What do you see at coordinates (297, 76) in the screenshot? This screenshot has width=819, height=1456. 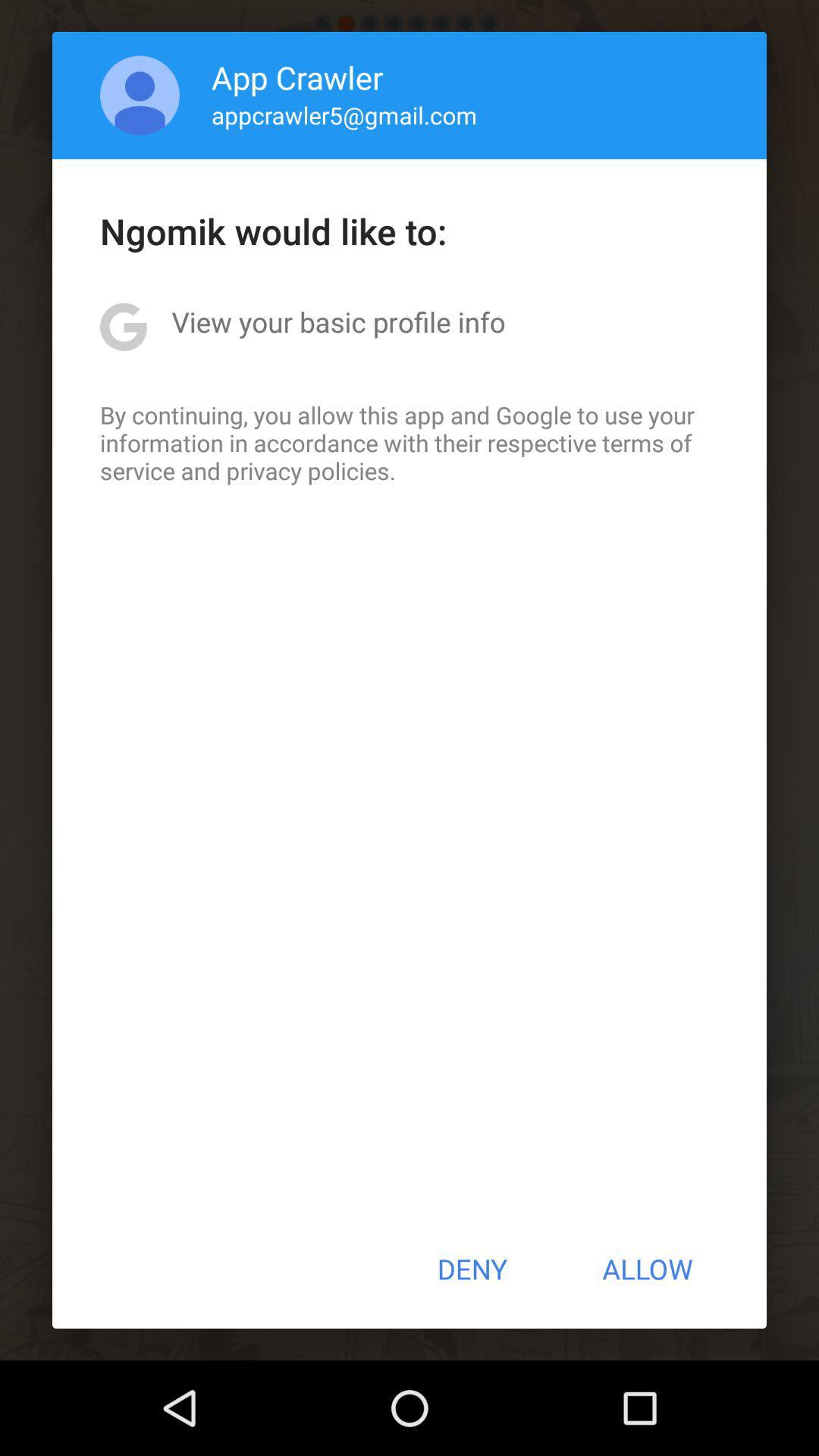 I see `app crawler` at bounding box center [297, 76].